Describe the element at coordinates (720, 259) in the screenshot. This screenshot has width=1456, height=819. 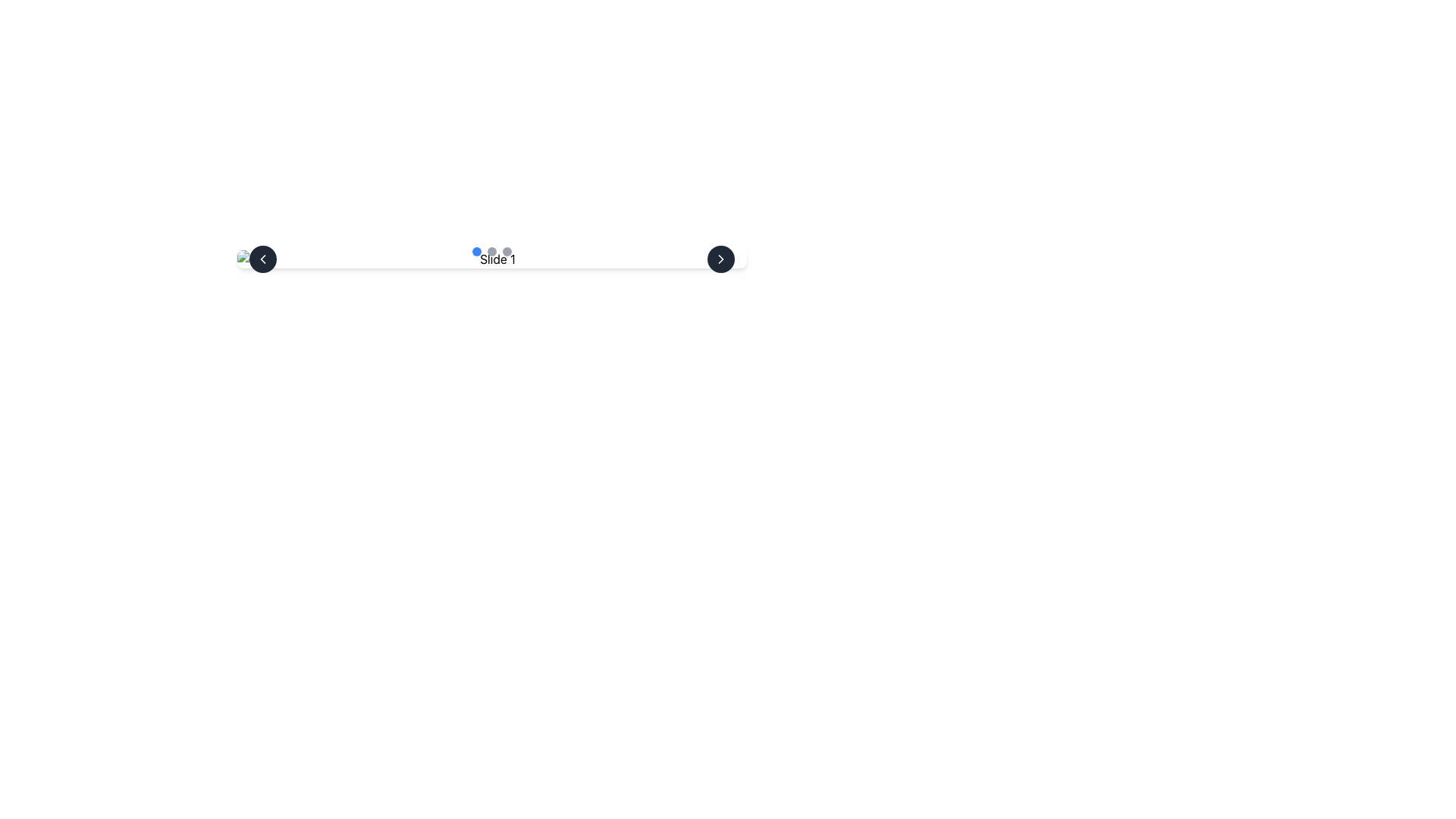
I see `the SVG arrow icon within the circular button located at the far-right position of the horizontal navigation bar` at that location.